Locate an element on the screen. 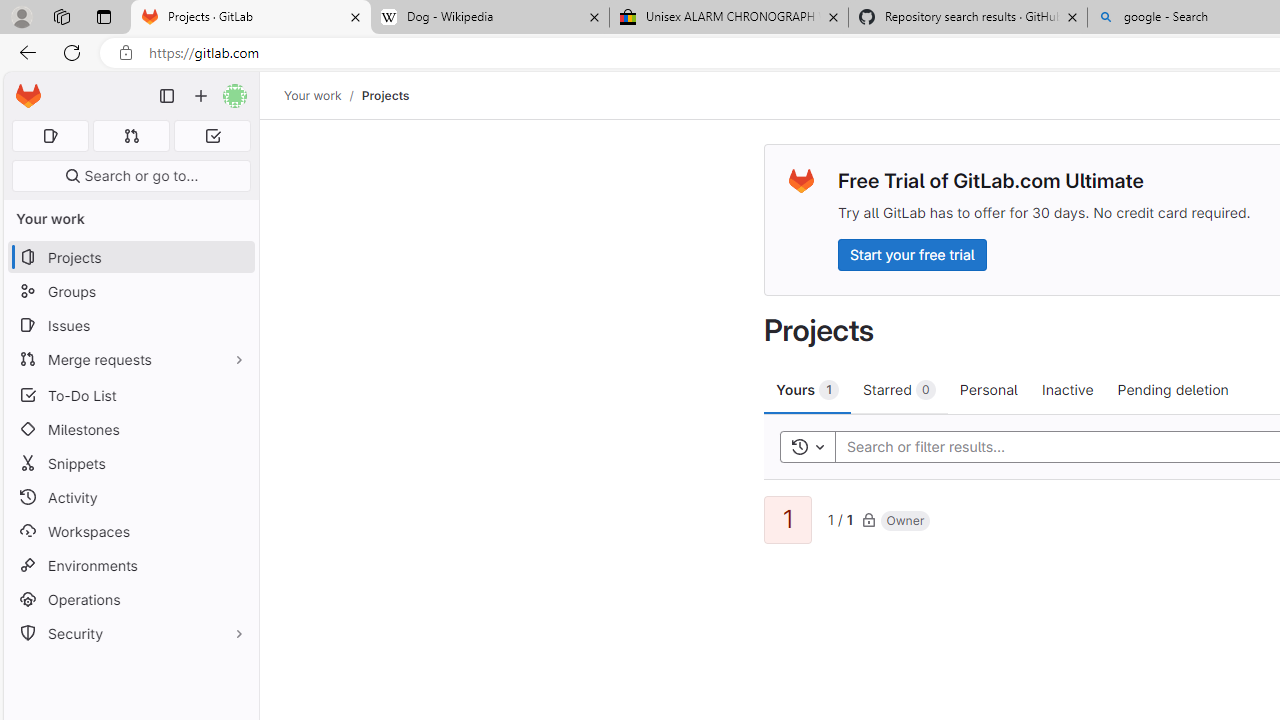 The height and width of the screenshot is (720, 1280). 'Merge requests' is located at coordinates (130, 358).